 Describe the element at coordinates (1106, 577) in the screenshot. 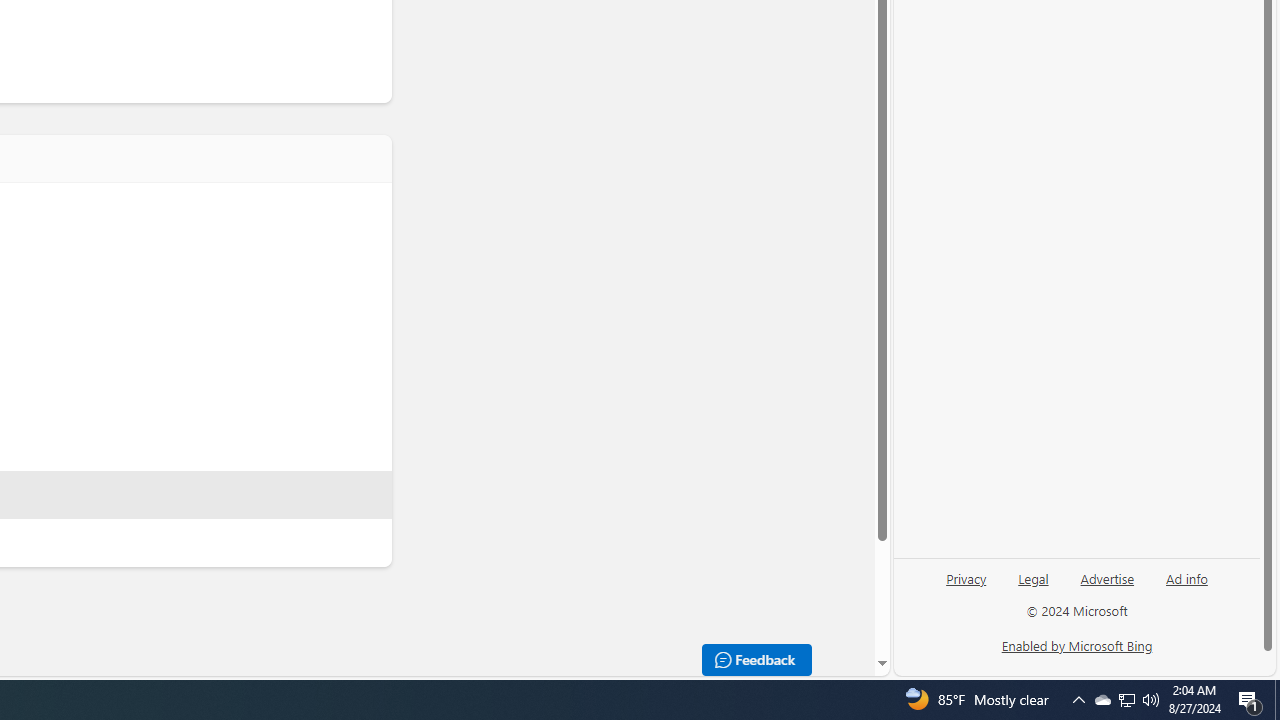

I see `'Advertise'` at that location.